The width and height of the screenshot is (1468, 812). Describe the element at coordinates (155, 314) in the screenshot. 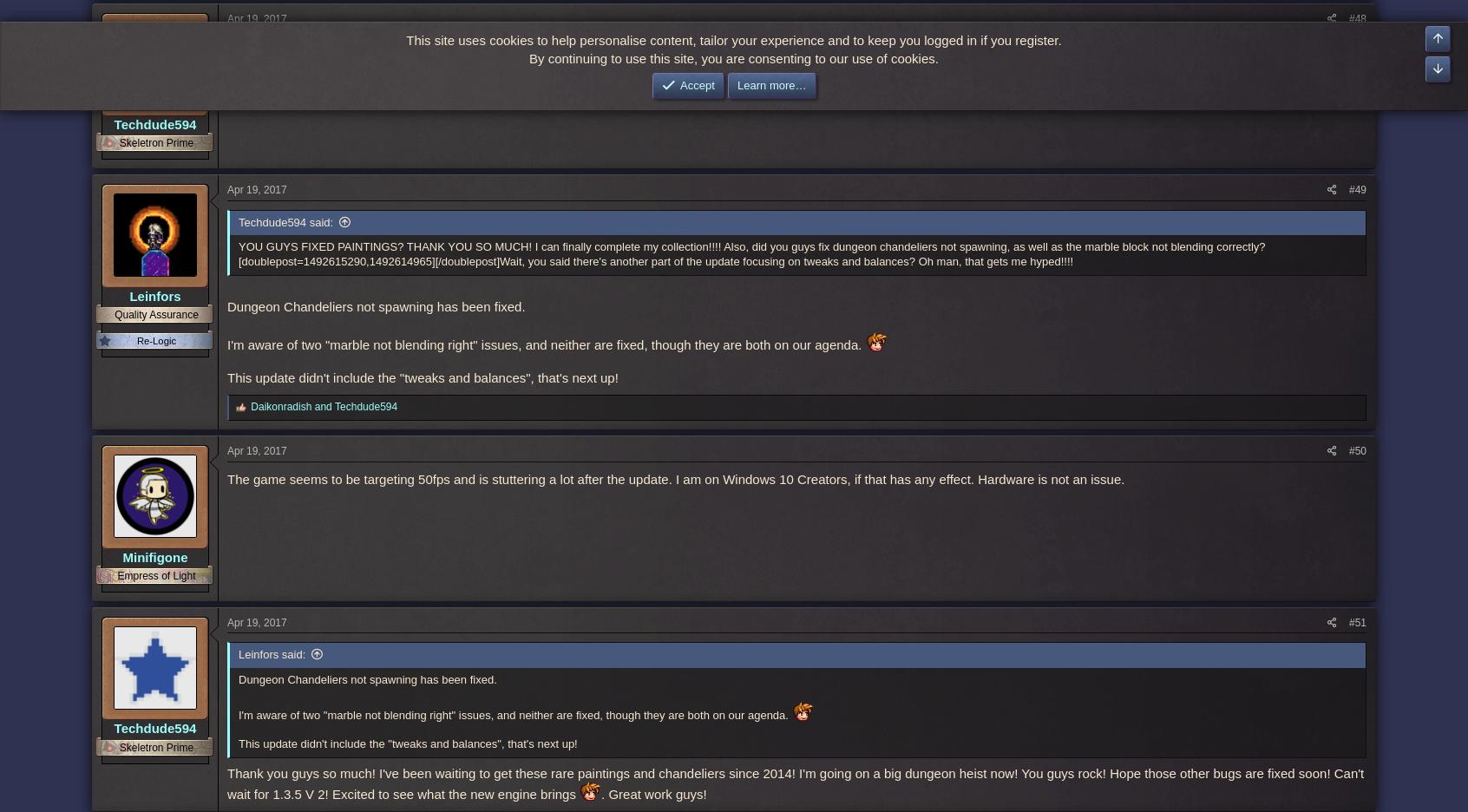

I see `'Quality Assurance'` at that location.